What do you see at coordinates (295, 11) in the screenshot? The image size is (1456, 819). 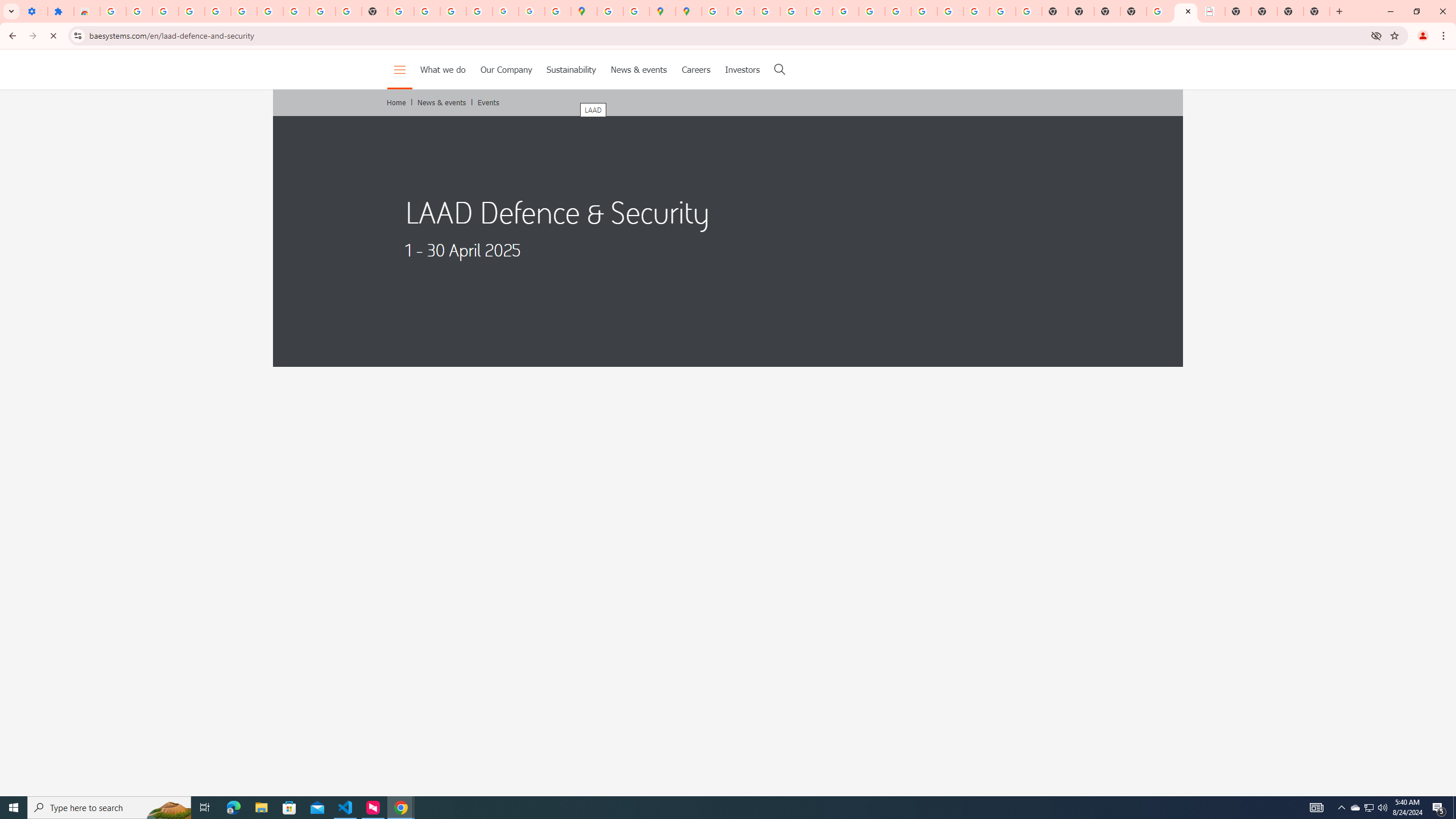 I see `'Google Account'` at bounding box center [295, 11].